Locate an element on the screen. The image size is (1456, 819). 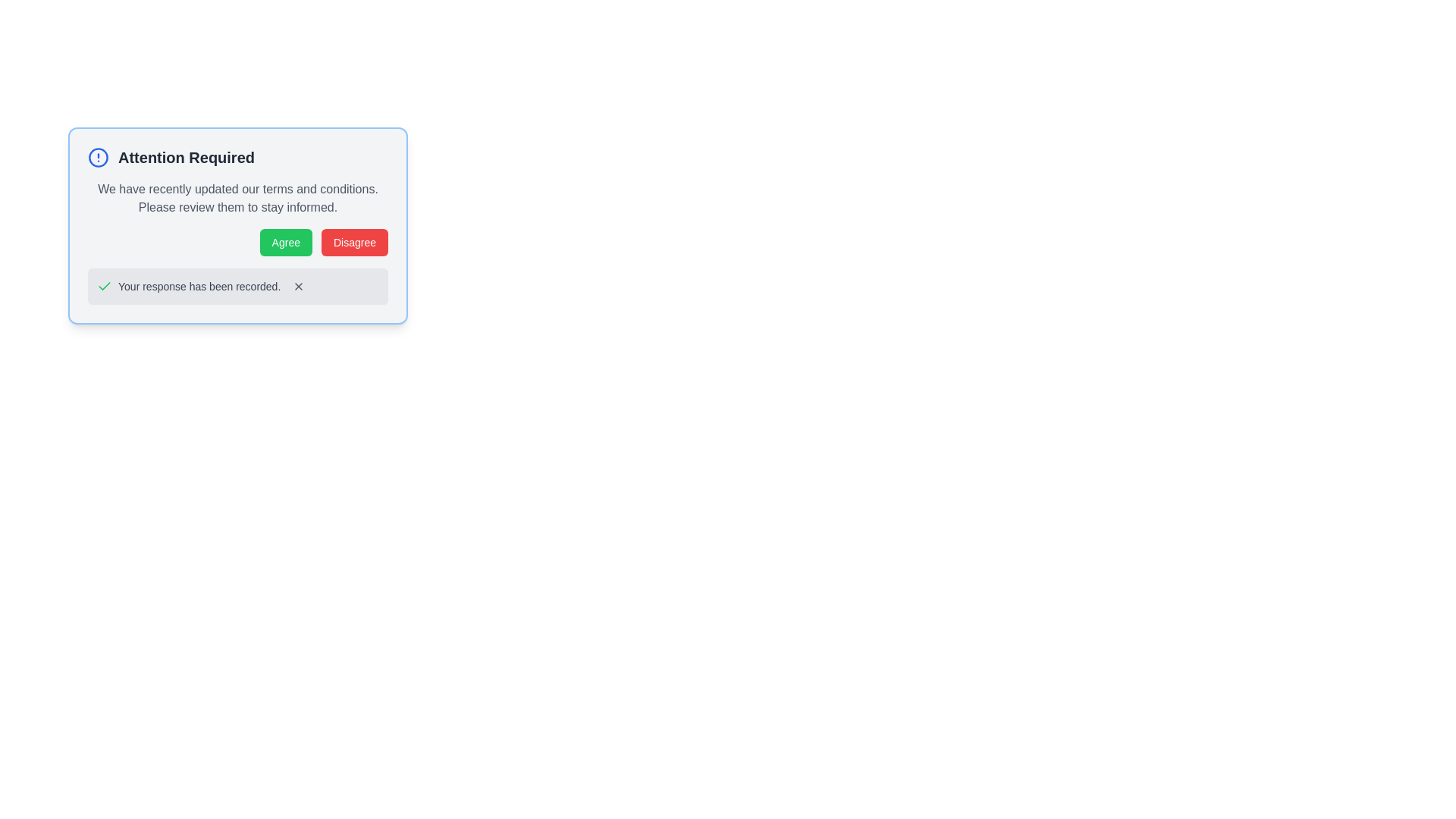
confirmation text displayed in the Notification component, which includes a close button located at the bottom of the notification box is located at coordinates (237, 287).